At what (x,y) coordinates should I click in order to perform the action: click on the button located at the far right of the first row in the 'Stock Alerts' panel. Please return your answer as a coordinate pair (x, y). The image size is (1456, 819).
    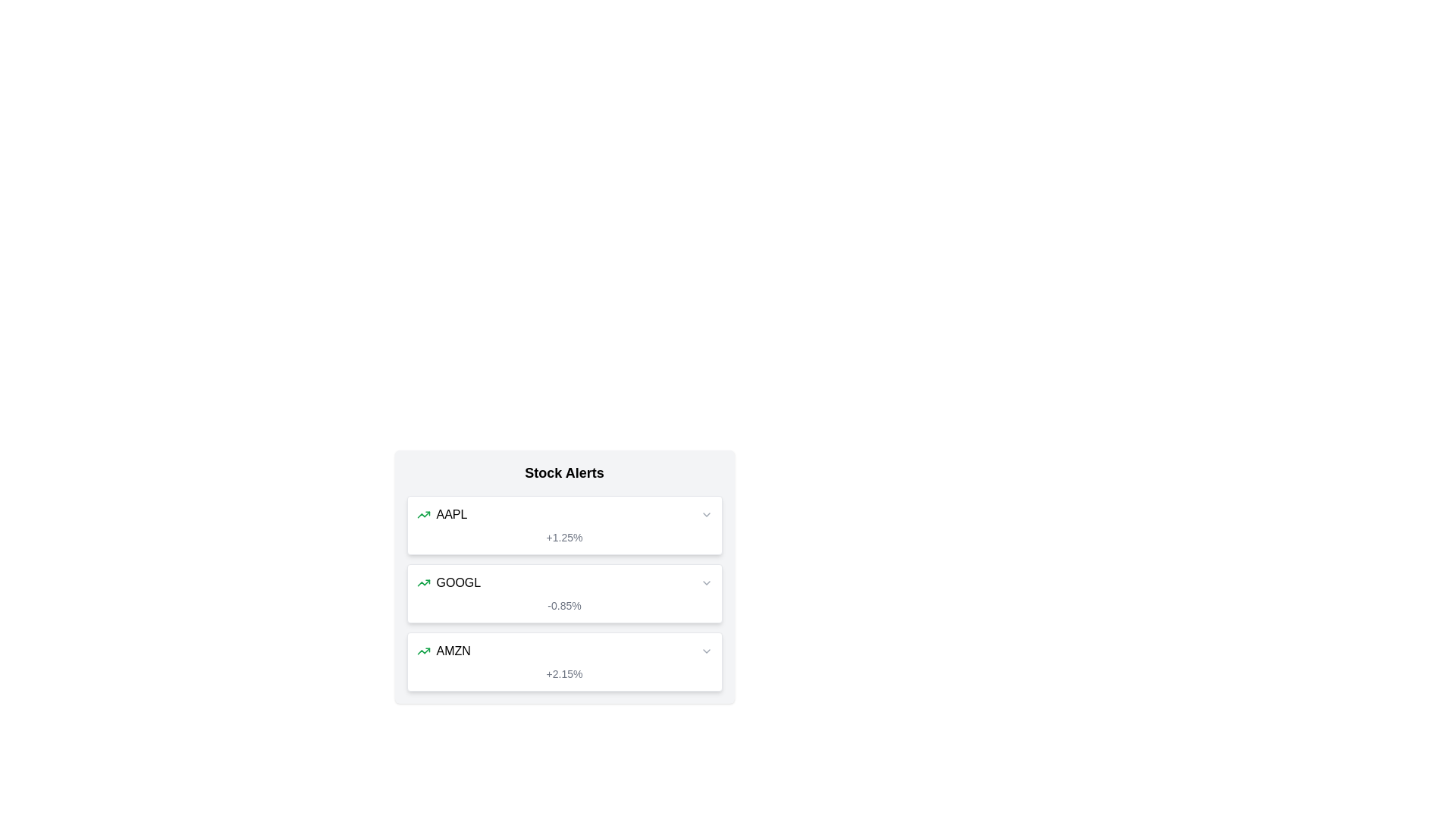
    Looking at the image, I should click on (705, 513).